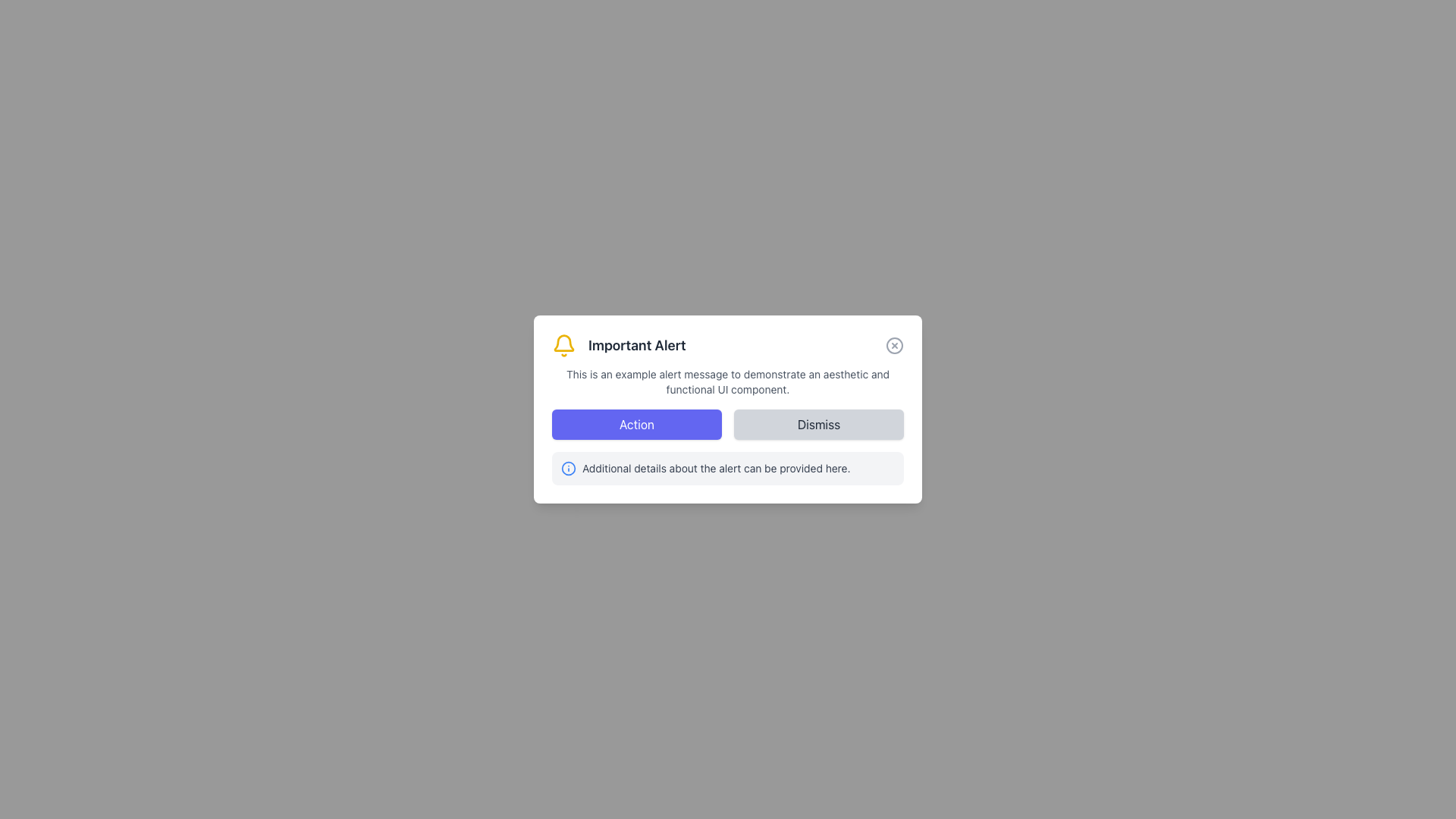  Describe the element at coordinates (637, 424) in the screenshot. I see `the blue rectangular button labeled 'Action'` at that location.